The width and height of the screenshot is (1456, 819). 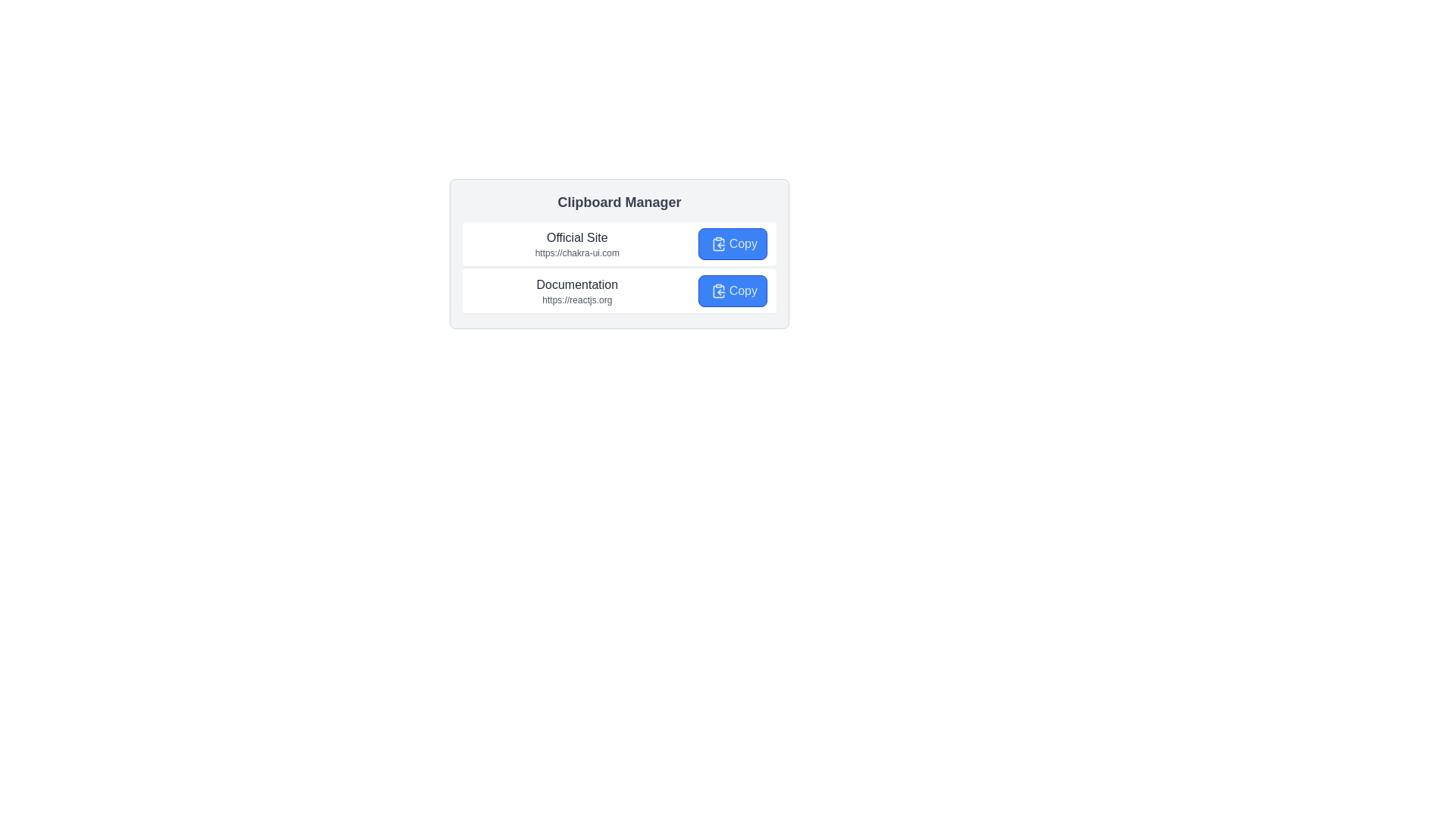 I want to click on the copy icon located within the 'Copy' button of the 'Documentation' row in the 'Clipboard Manager' interface, so click(x=717, y=291).